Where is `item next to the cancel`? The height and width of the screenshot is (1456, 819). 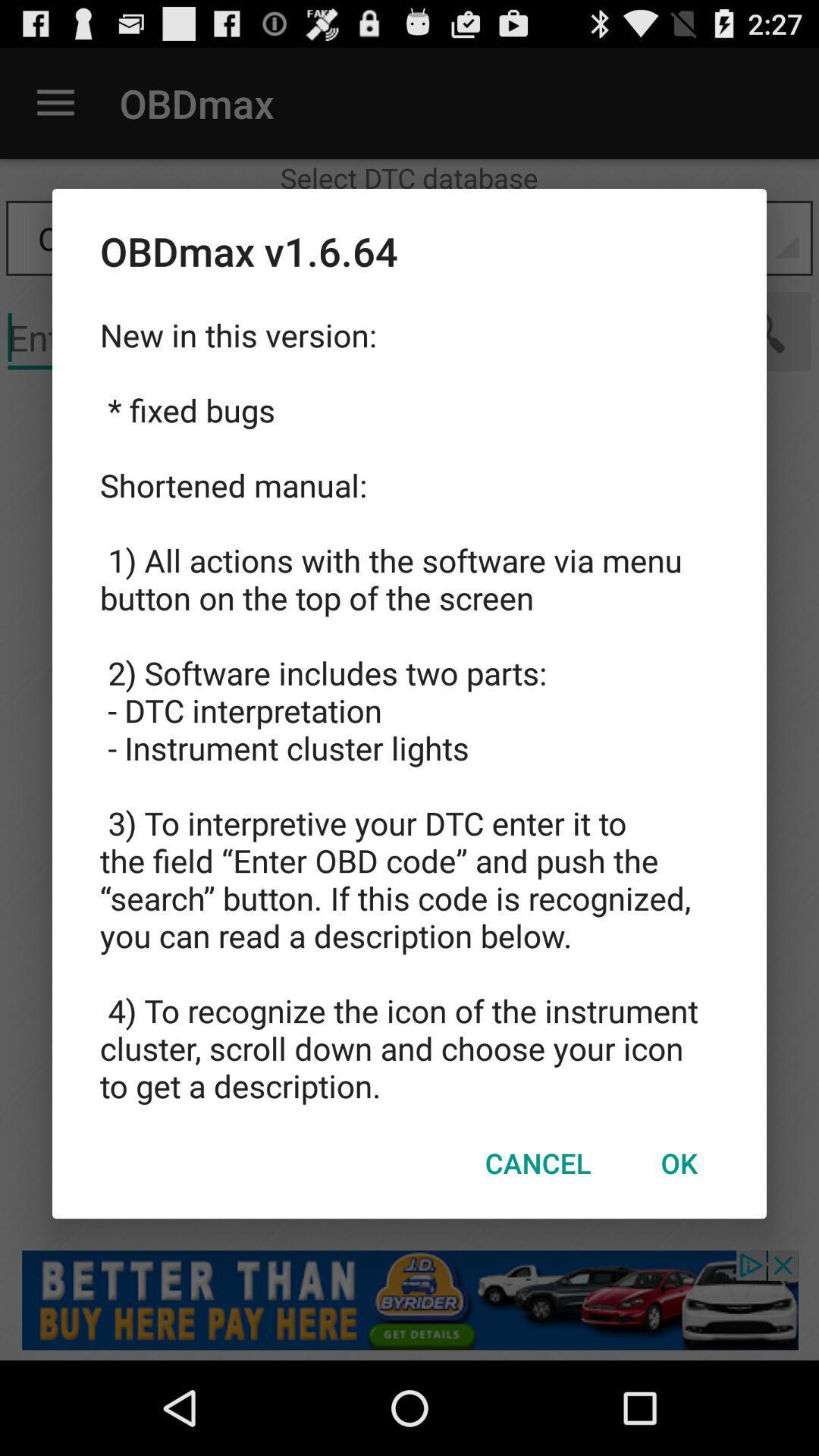 item next to the cancel is located at coordinates (678, 1162).